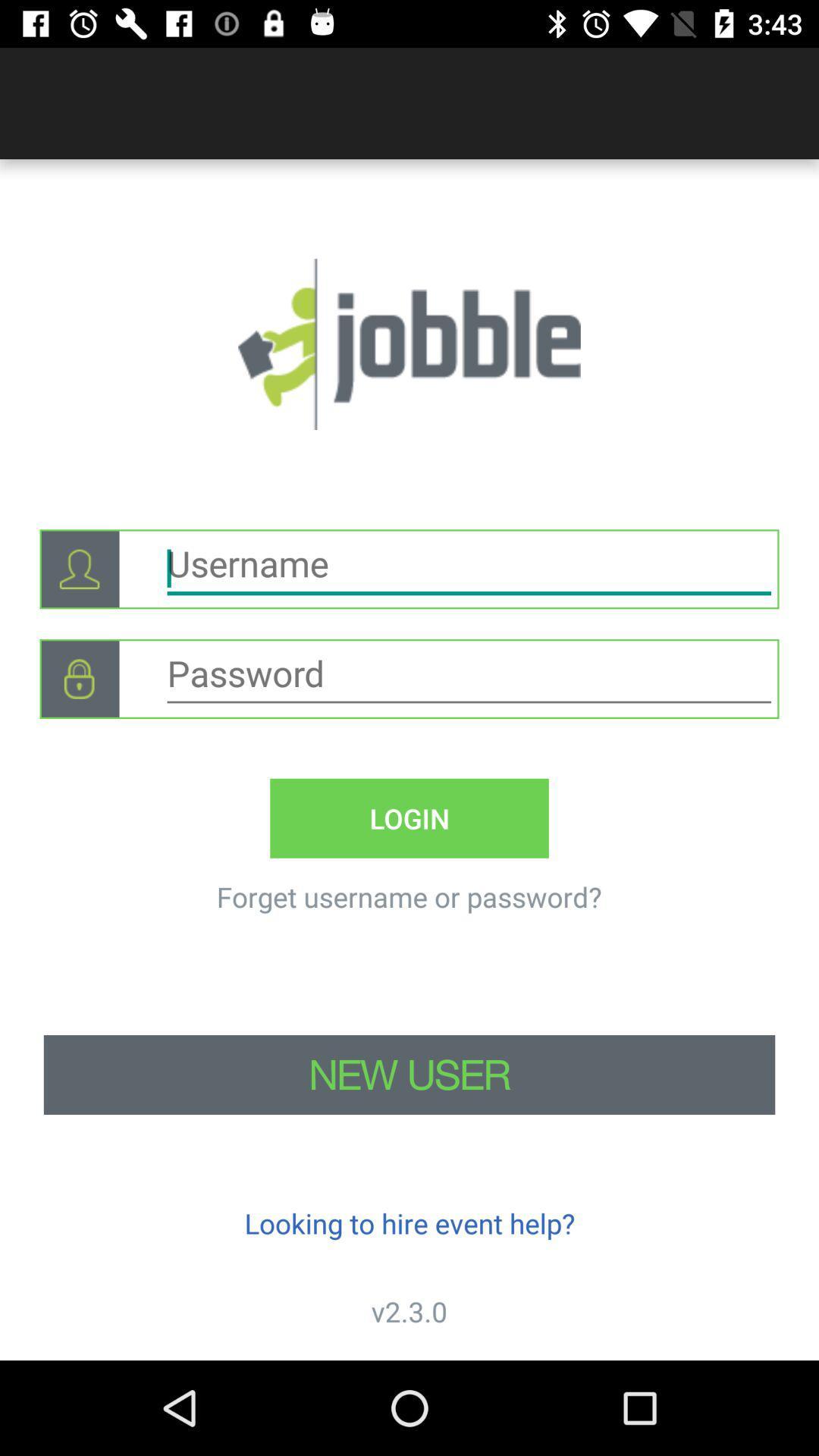 The height and width of the screenshot is (1456, 819). What do you see at coordinates (409, 1310) in the screenshot?
I see `the item below the looking to hire` at bounding box center [409, 1310].